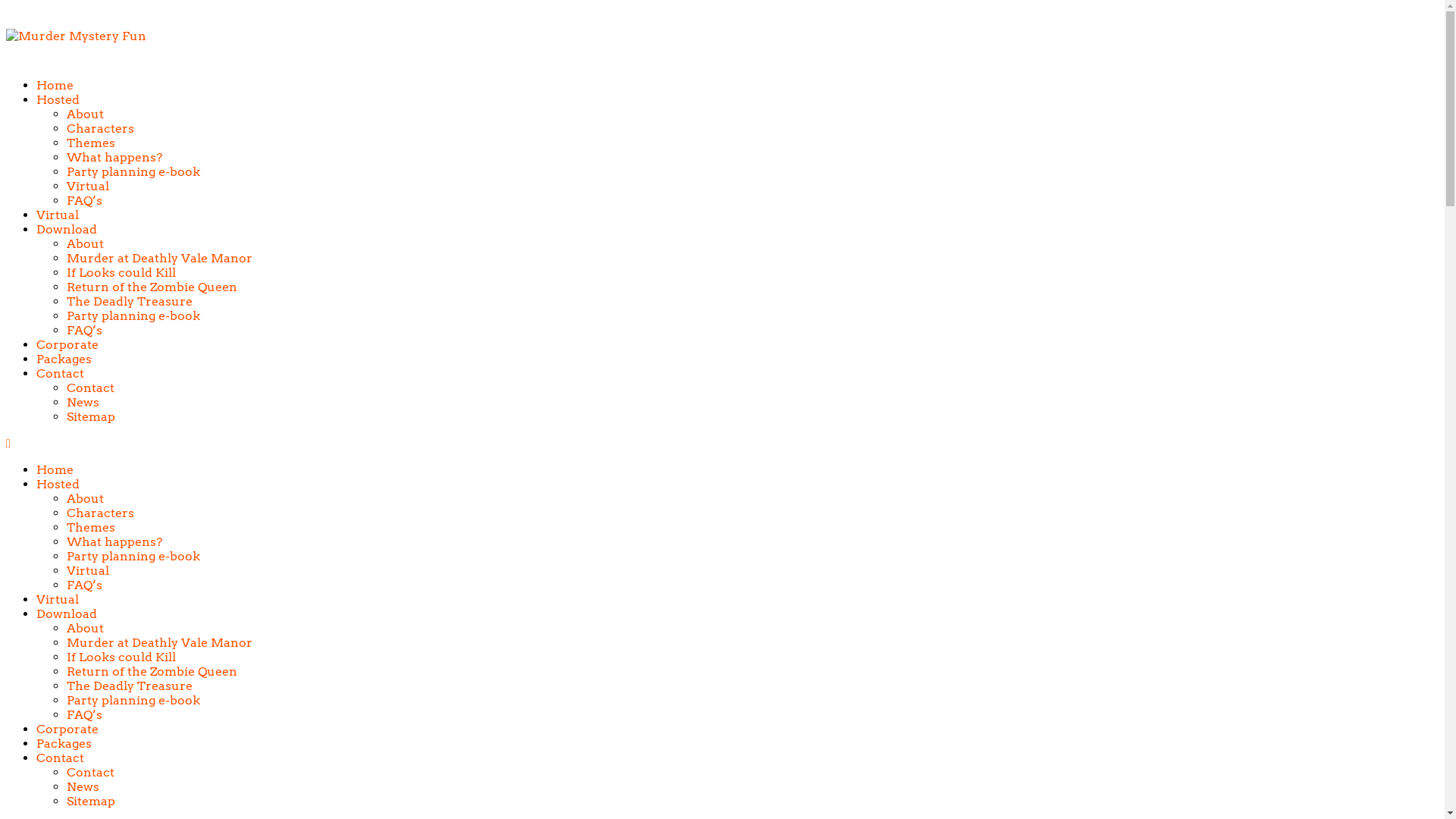  What do you see at coordinates (6, 35) in the screenshot?
I see `'Murder Mystery Fun'` at bounding box center [6, 35].